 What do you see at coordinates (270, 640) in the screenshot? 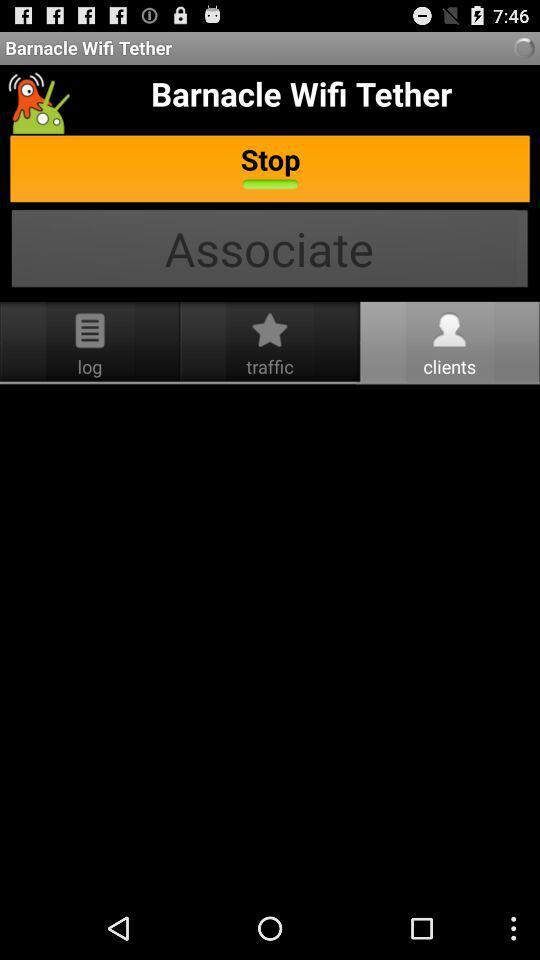
I see `empty page` at bounding box center [270, 640].